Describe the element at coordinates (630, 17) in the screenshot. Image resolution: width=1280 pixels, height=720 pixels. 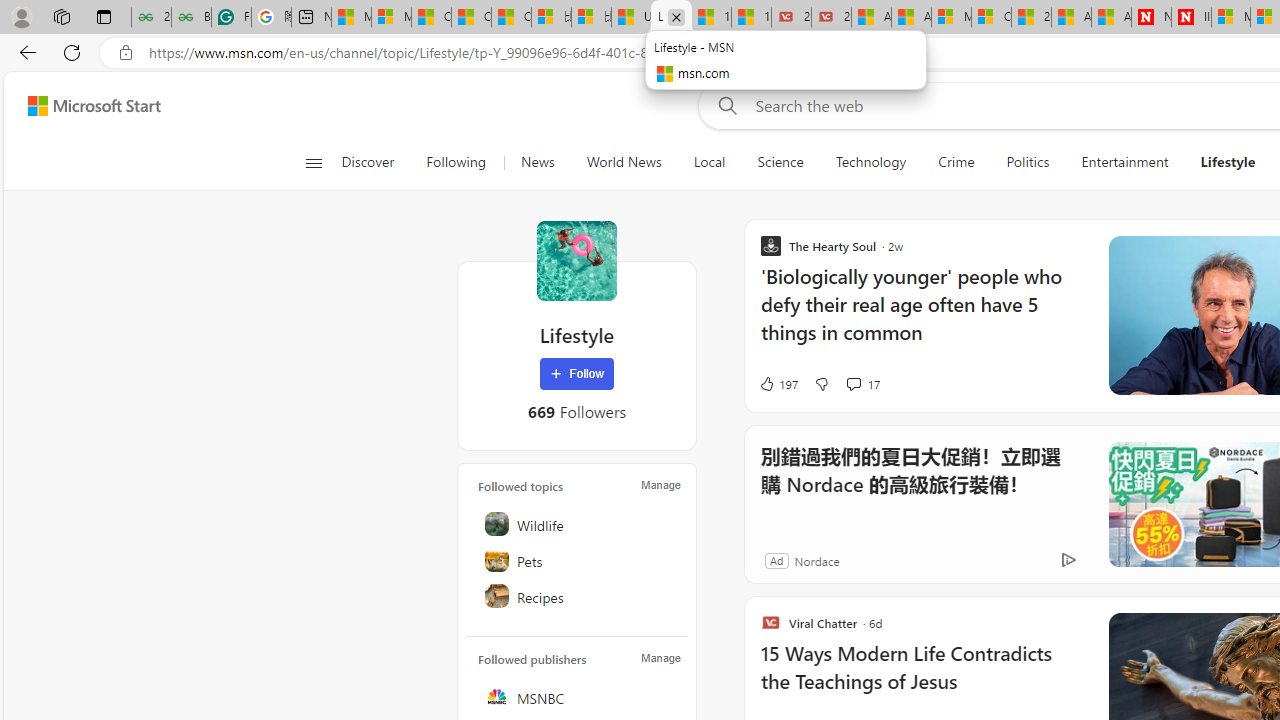
I see `'USA TODAY - MSN'` at that location.